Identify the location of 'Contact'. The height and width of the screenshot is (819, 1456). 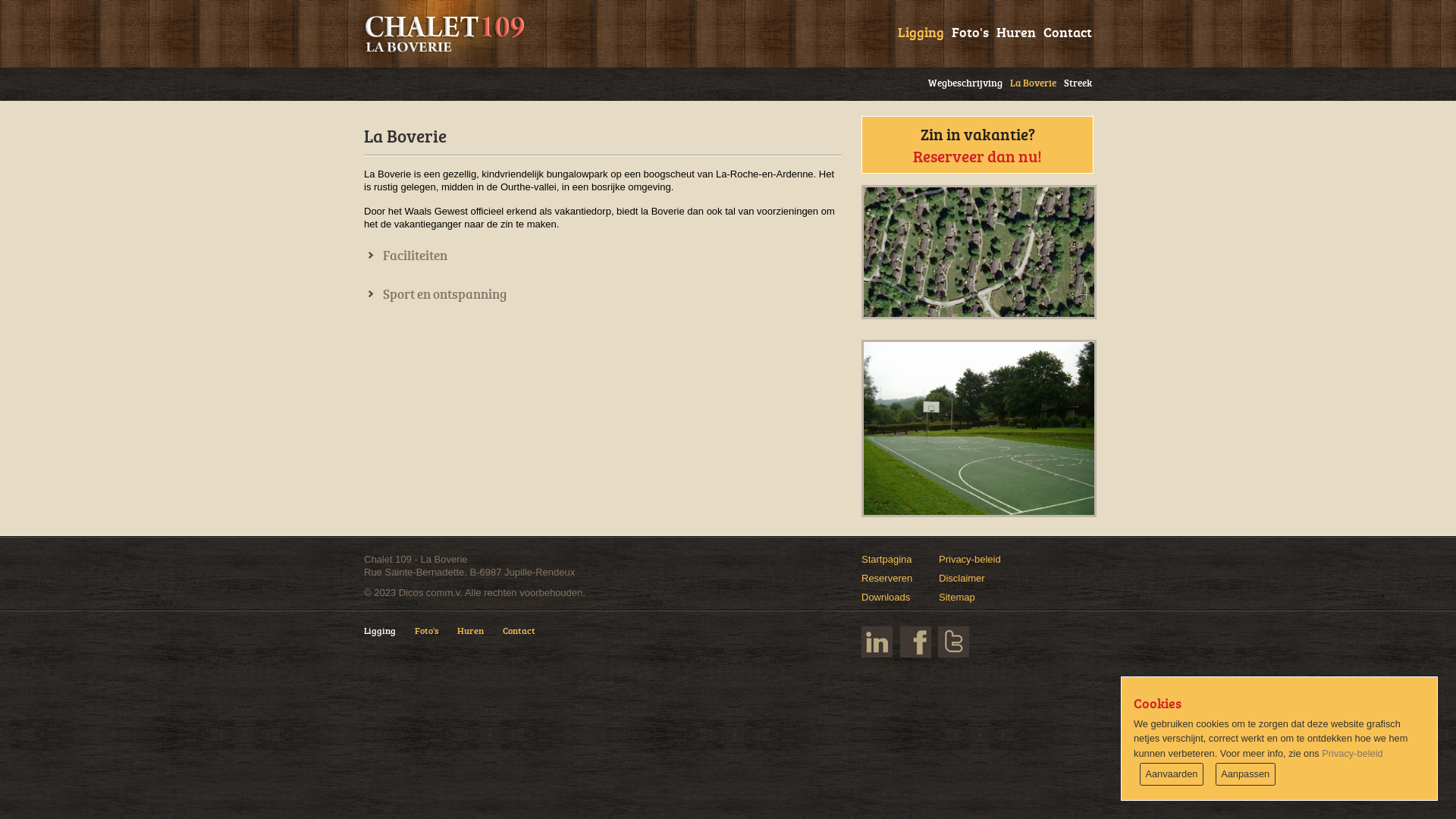
(528, 637).